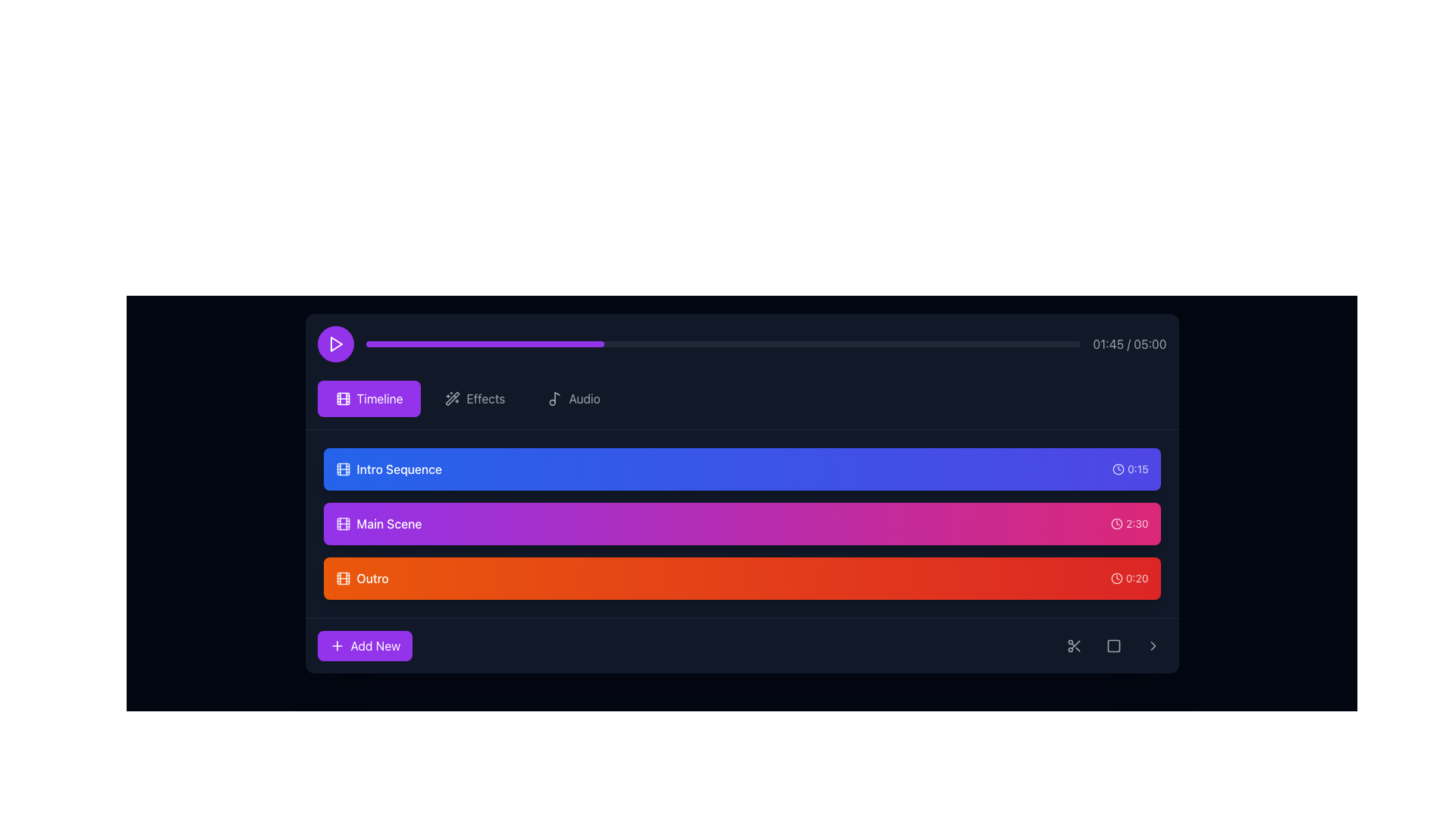 The height and width of the screenshot is (819, 1456). What do you see at coordinates (372, 579) in the screenshot?
I see `the 'Outro' label, which is the third item in the vertical list of sequences, positioned below 'Main Scene' and above the '+ Add New' button` at bounding box center [372, 579].